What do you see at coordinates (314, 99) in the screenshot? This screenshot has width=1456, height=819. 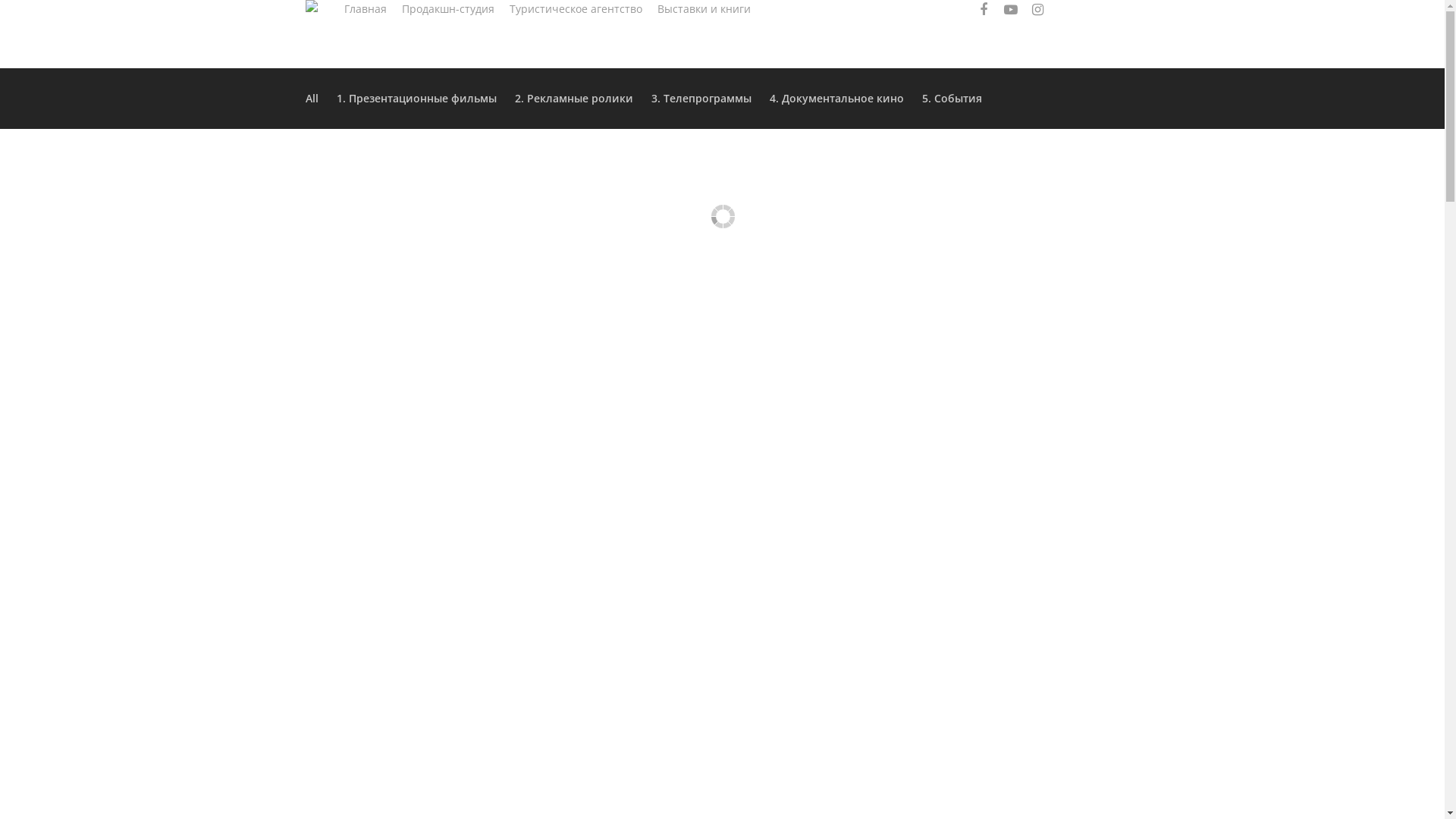 I see `'All'` at bounding box center [314, 99].